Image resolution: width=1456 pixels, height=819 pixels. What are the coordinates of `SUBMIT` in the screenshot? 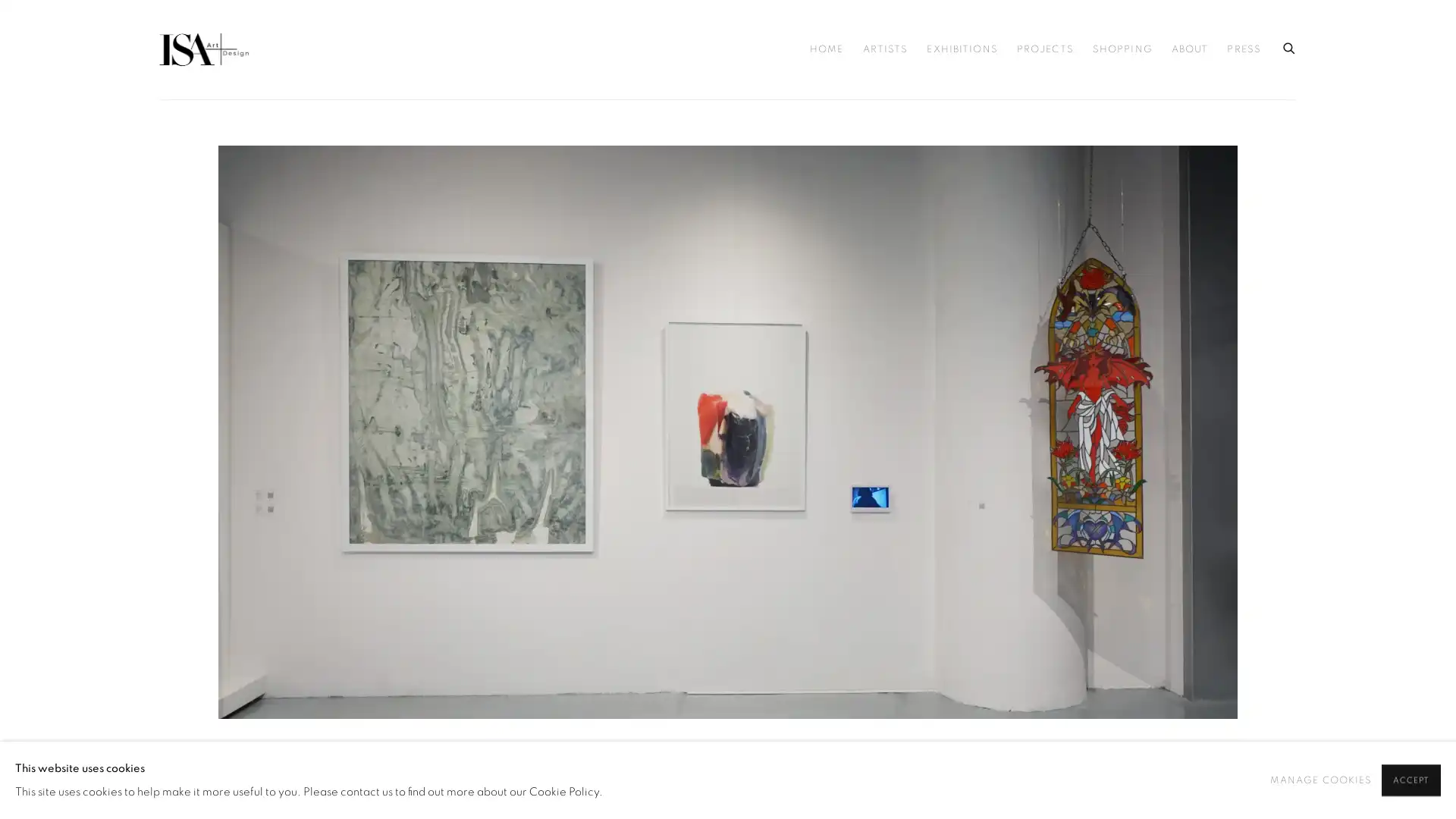 It's located at (588, 548).